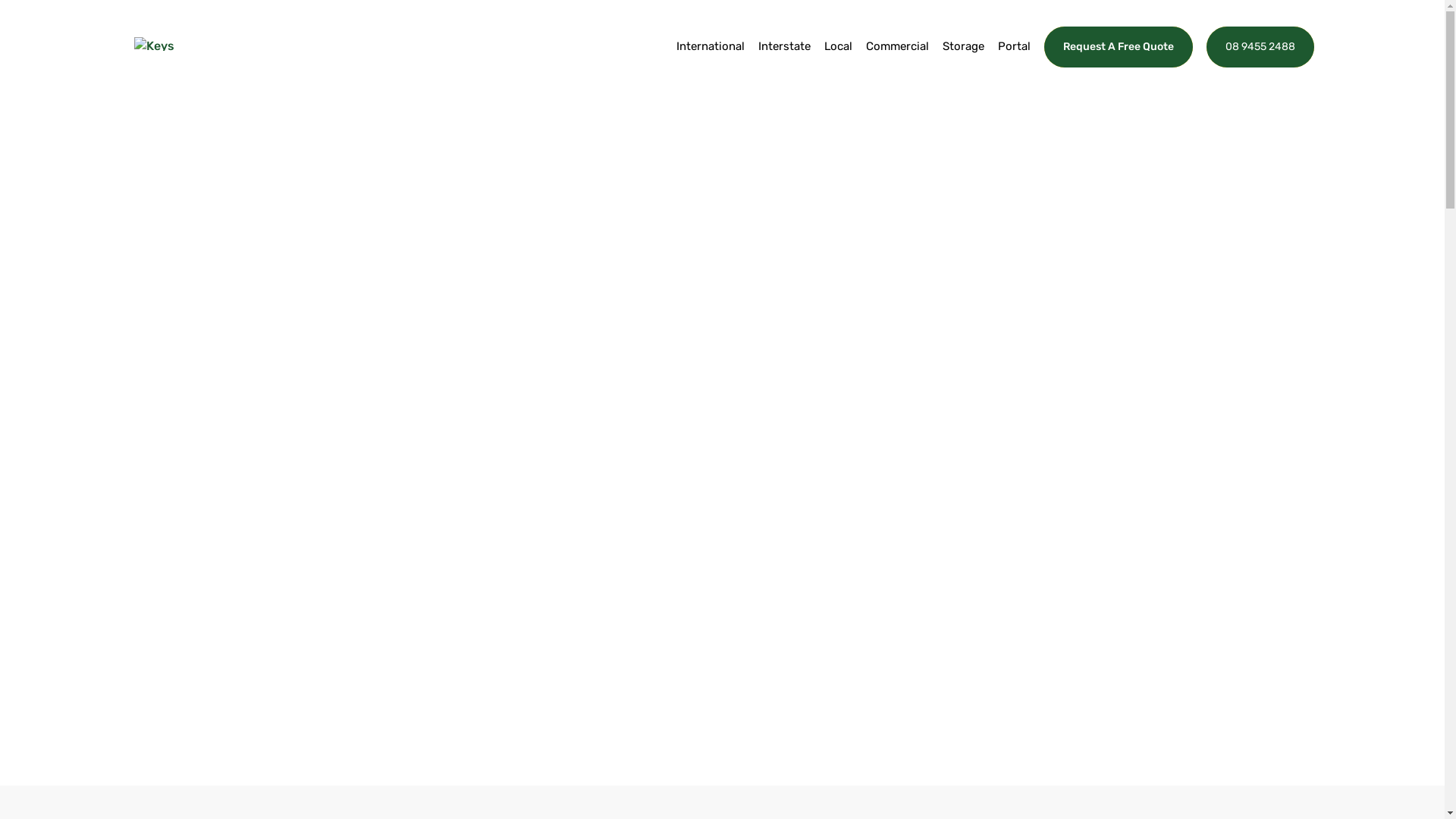 Image resolution: width=1456 pixels, height=819 pixels. What do you see at coordinates (1259, 45) in the screenshot?
I see `'08 9455 2488'` at bounding box center [1259, 45].